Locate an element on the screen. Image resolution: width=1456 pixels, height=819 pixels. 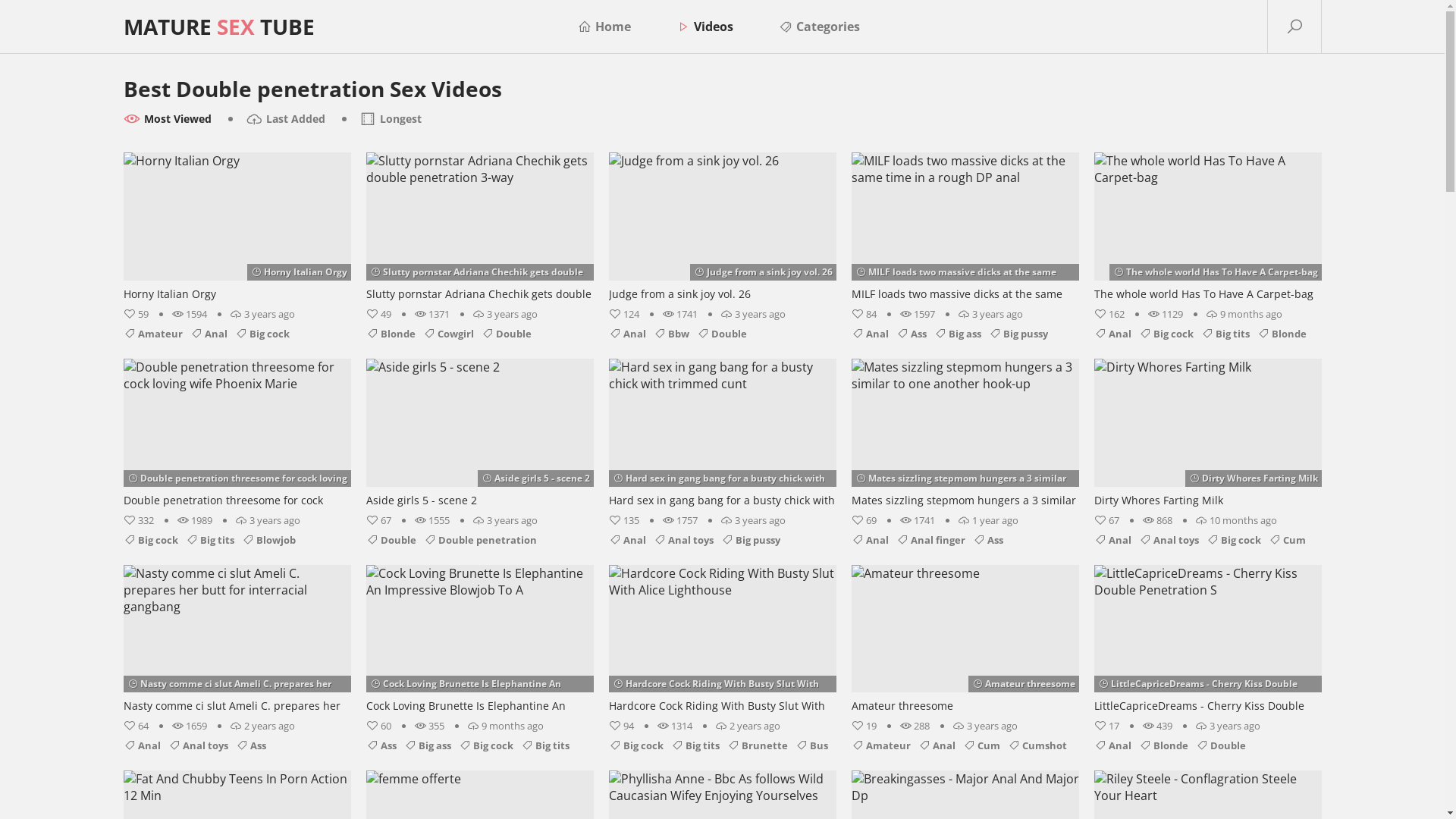
'Anal' is located at coordinates (141, 745).